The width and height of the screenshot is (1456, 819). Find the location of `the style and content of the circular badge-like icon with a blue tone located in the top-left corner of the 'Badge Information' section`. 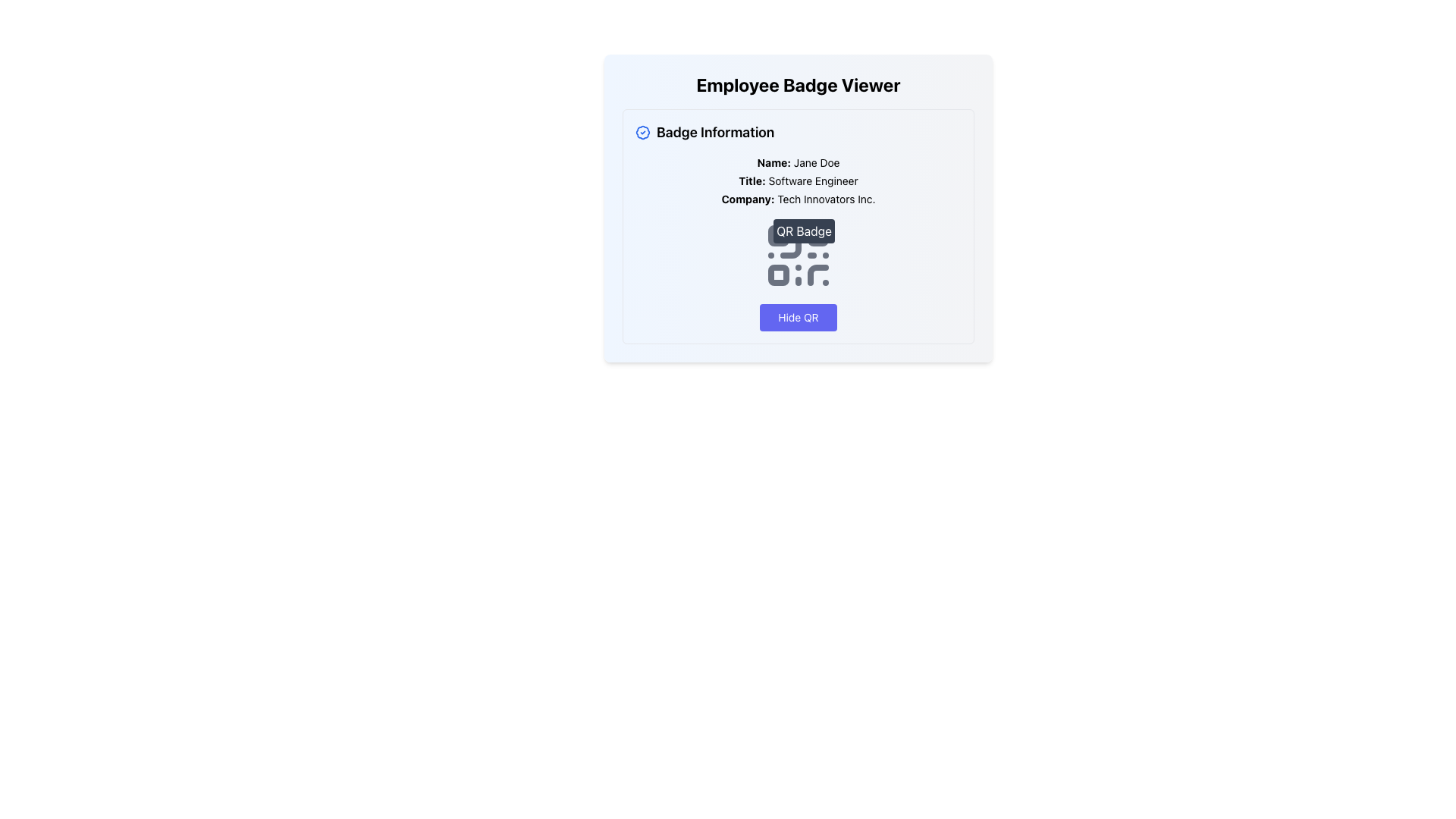

the style and content of the circular badge-like icon with a blue tone located in the top-left corner of the 'Badge Information' section is located at coordinates (643, 131).